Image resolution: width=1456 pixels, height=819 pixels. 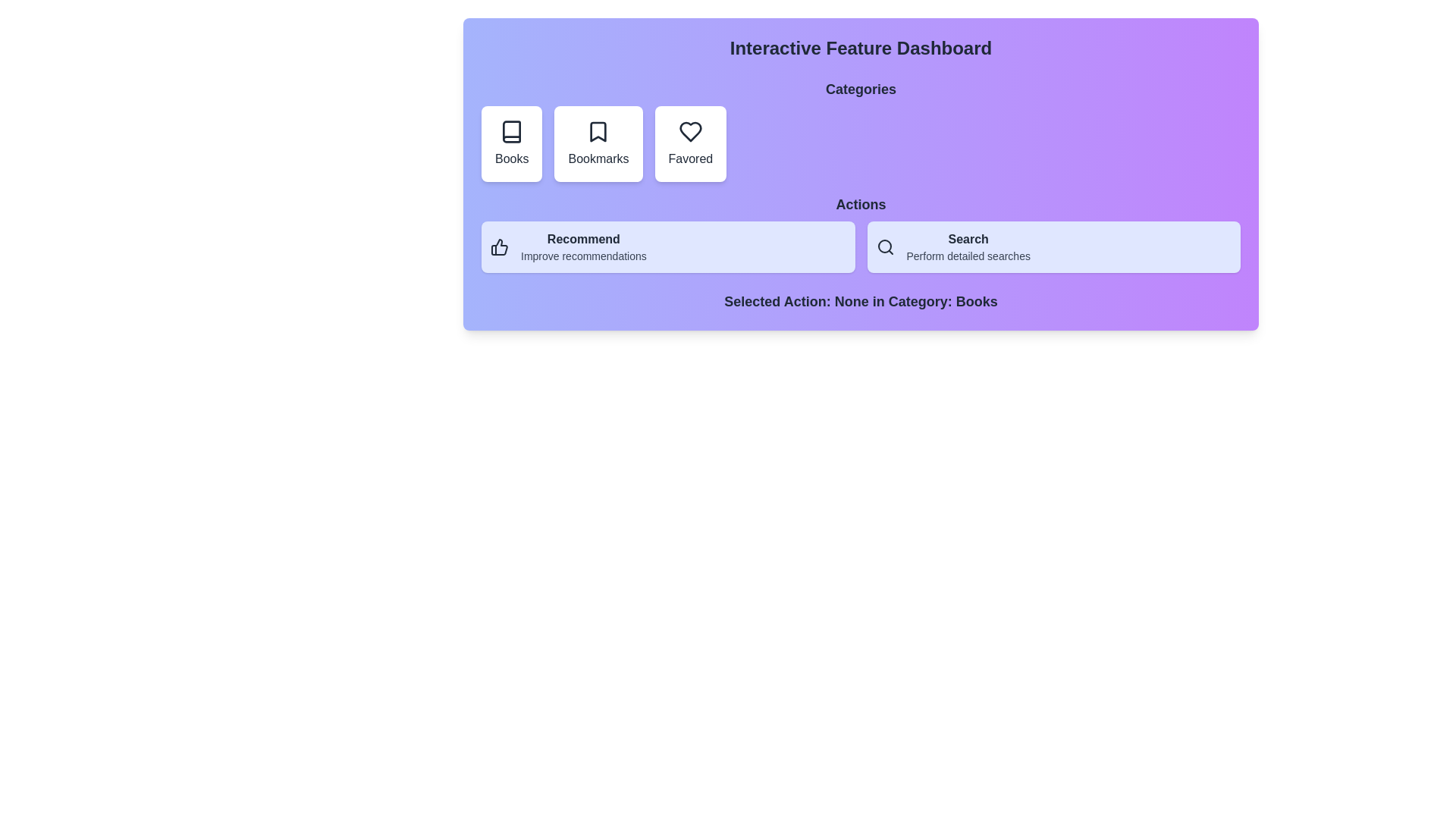 What do you see at coordinates (667, 246) in the screenshot?
I see `the leftmost button in the 'Actions' section` at bounding box center [667, 246].